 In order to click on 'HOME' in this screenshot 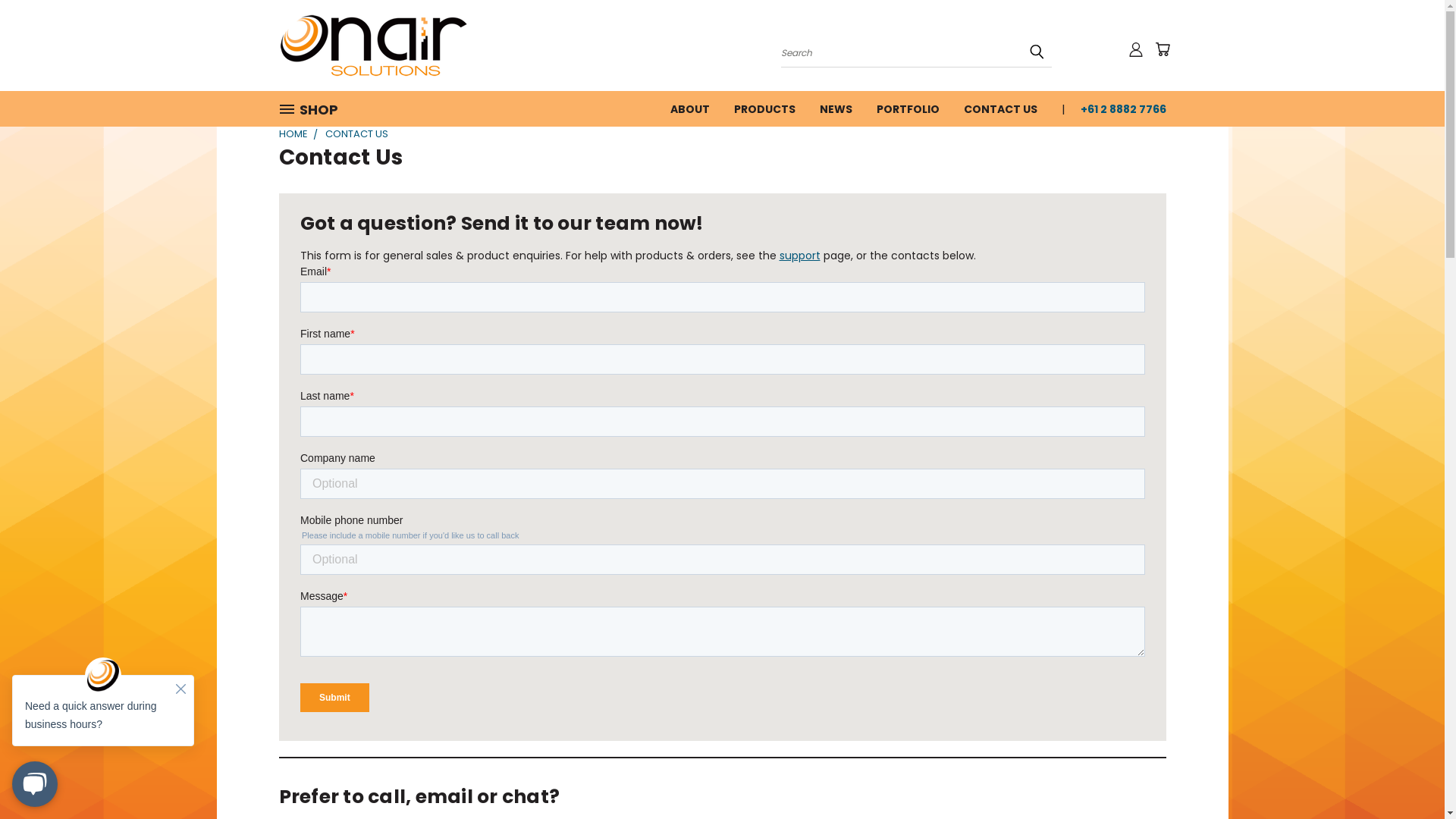, I will do `click(293, 133)`.